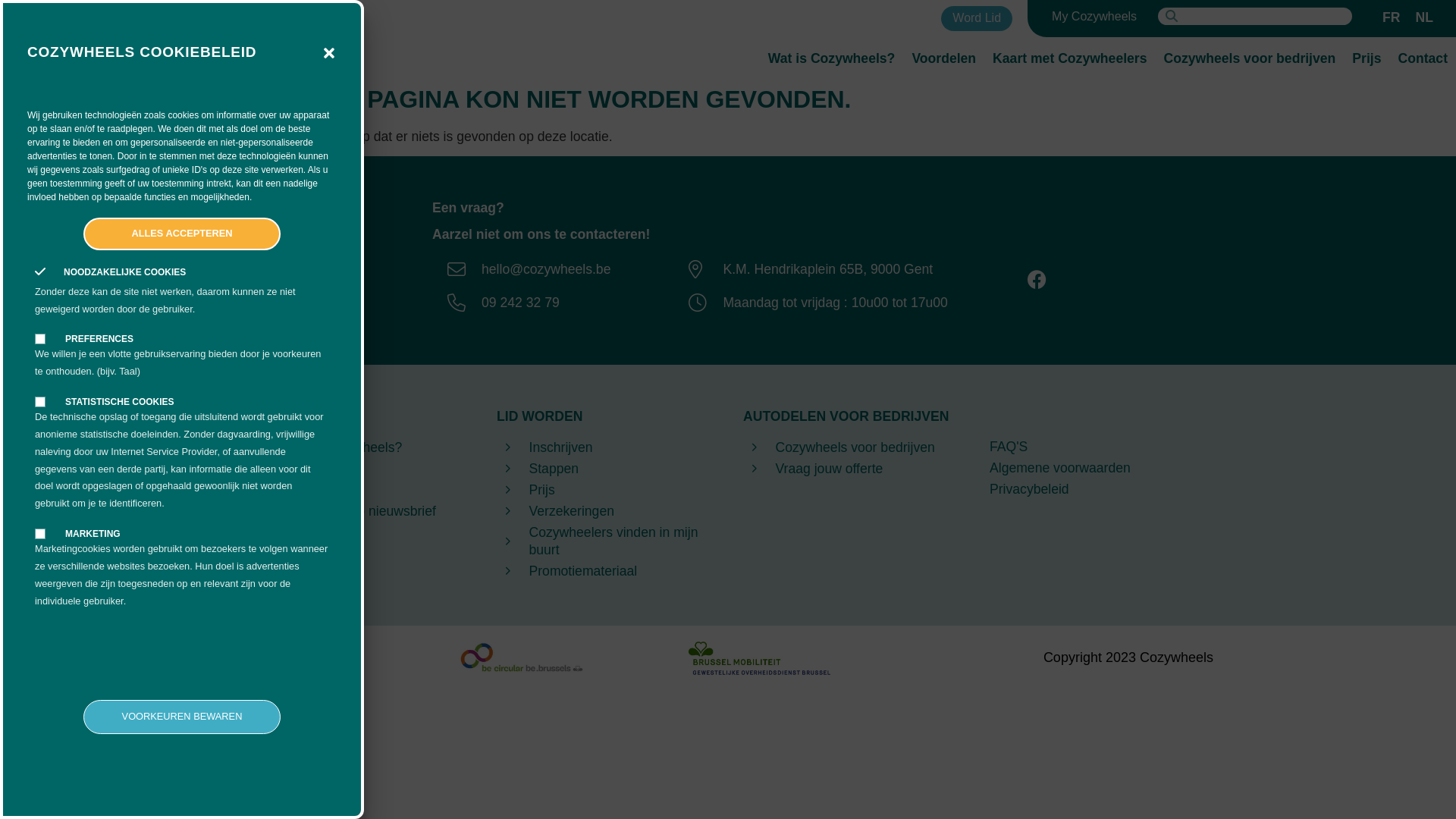 Image resolution: width=1456 pixels, height=819 pixels. Describe the element at coordinates (525, 302) in the screenshot. I see `'09 242 32 79'` at that location.